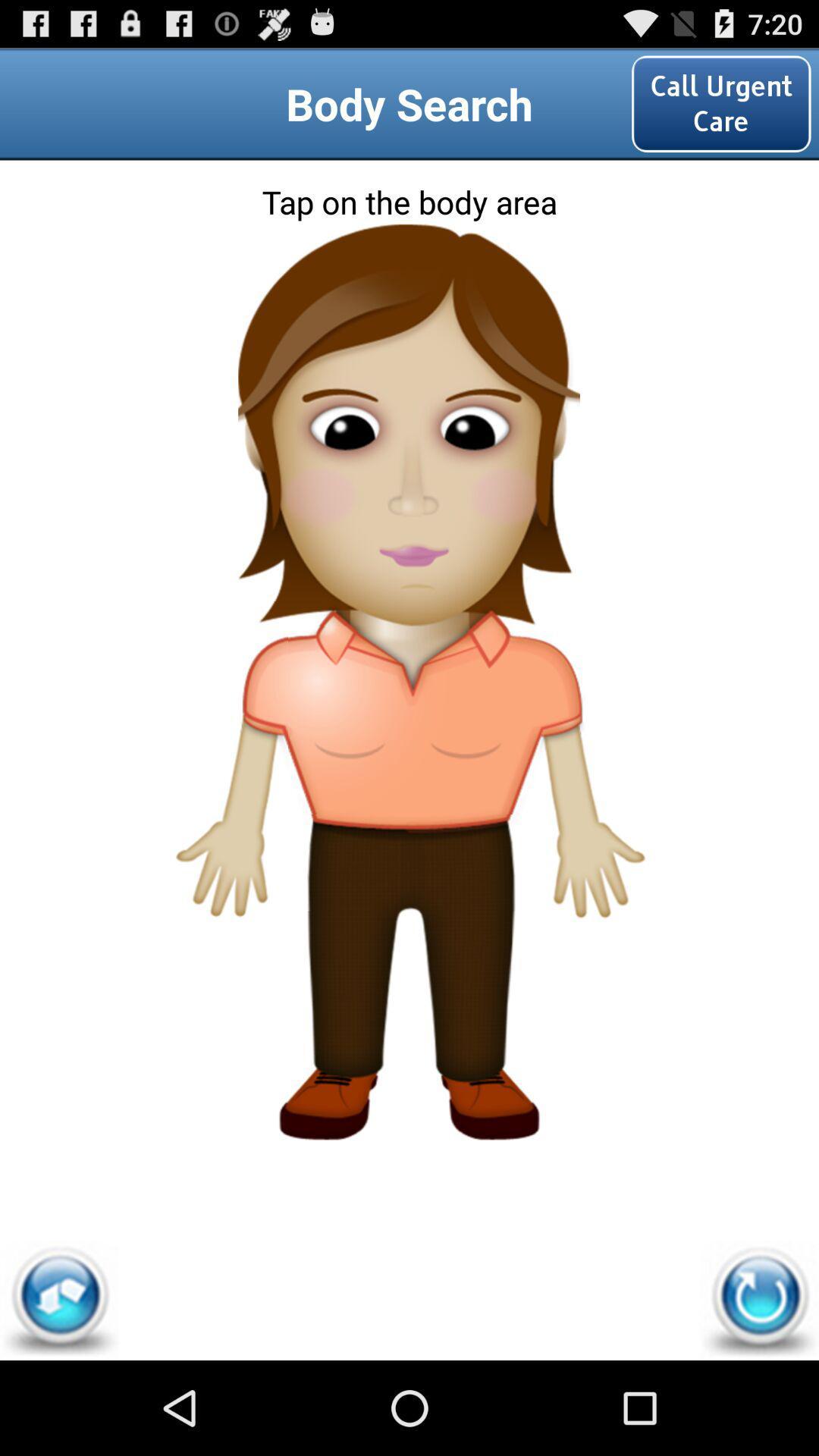 This screenshot has width=819, height=1456. I want to click on the item below the tap on the icon, so click(408, 290).